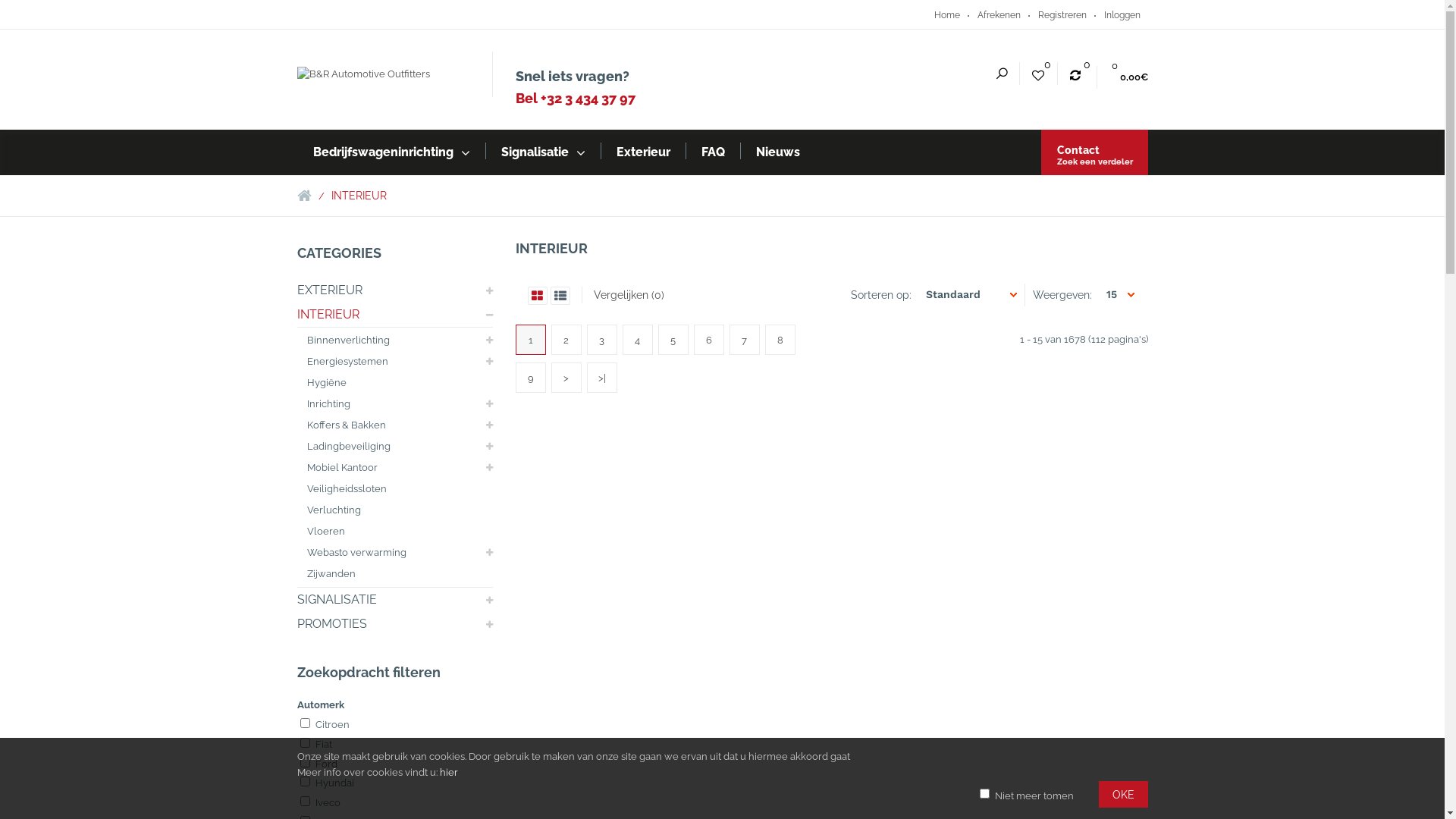  Describe the element at coordinates (1094, 152) in the screenshot. I see `'Contact` at that location.